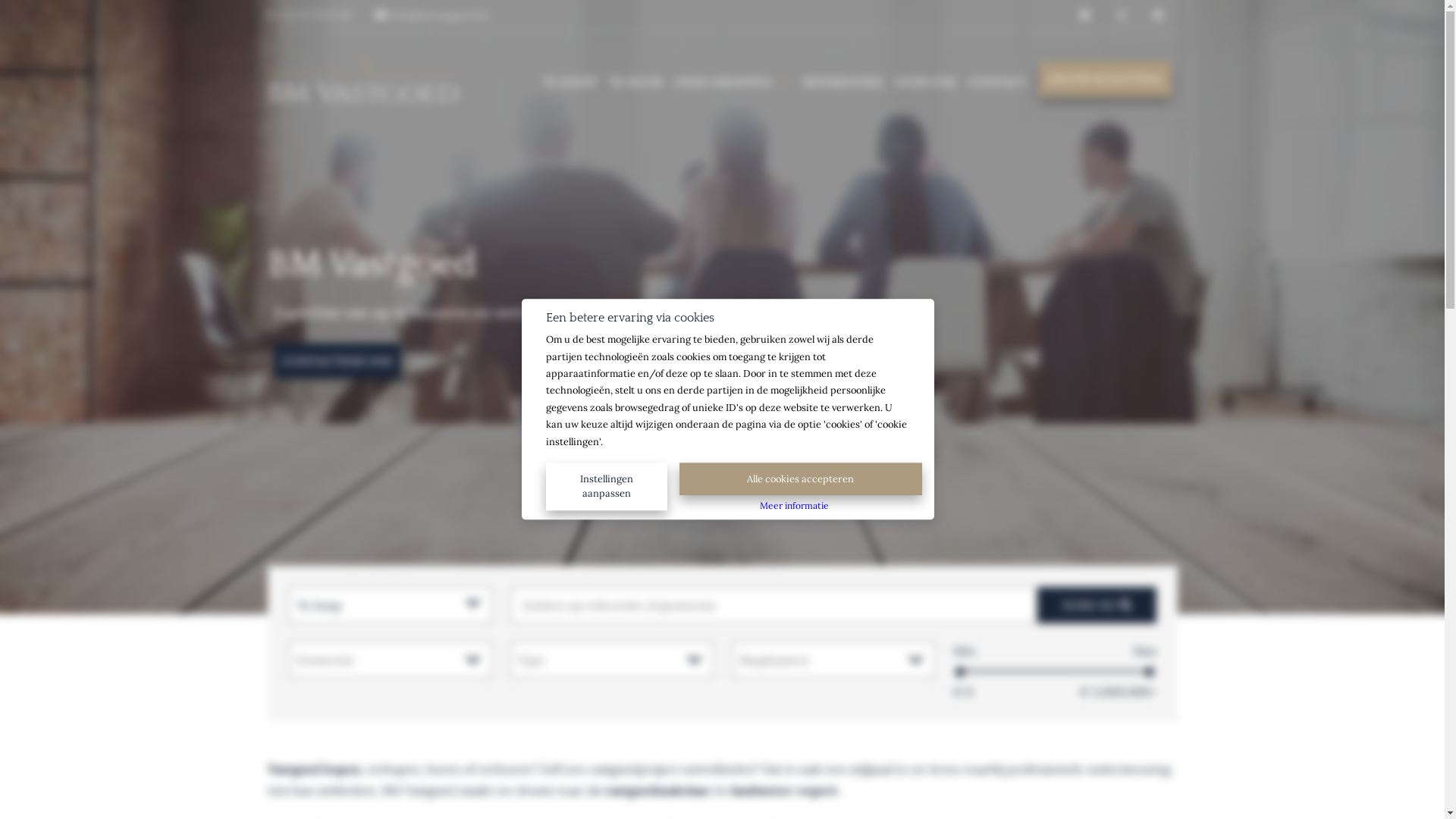  What do you see at coordinates (569, 80) in the screenshot?
I see `'TE KOOP'` at bounding box center [569, 80].